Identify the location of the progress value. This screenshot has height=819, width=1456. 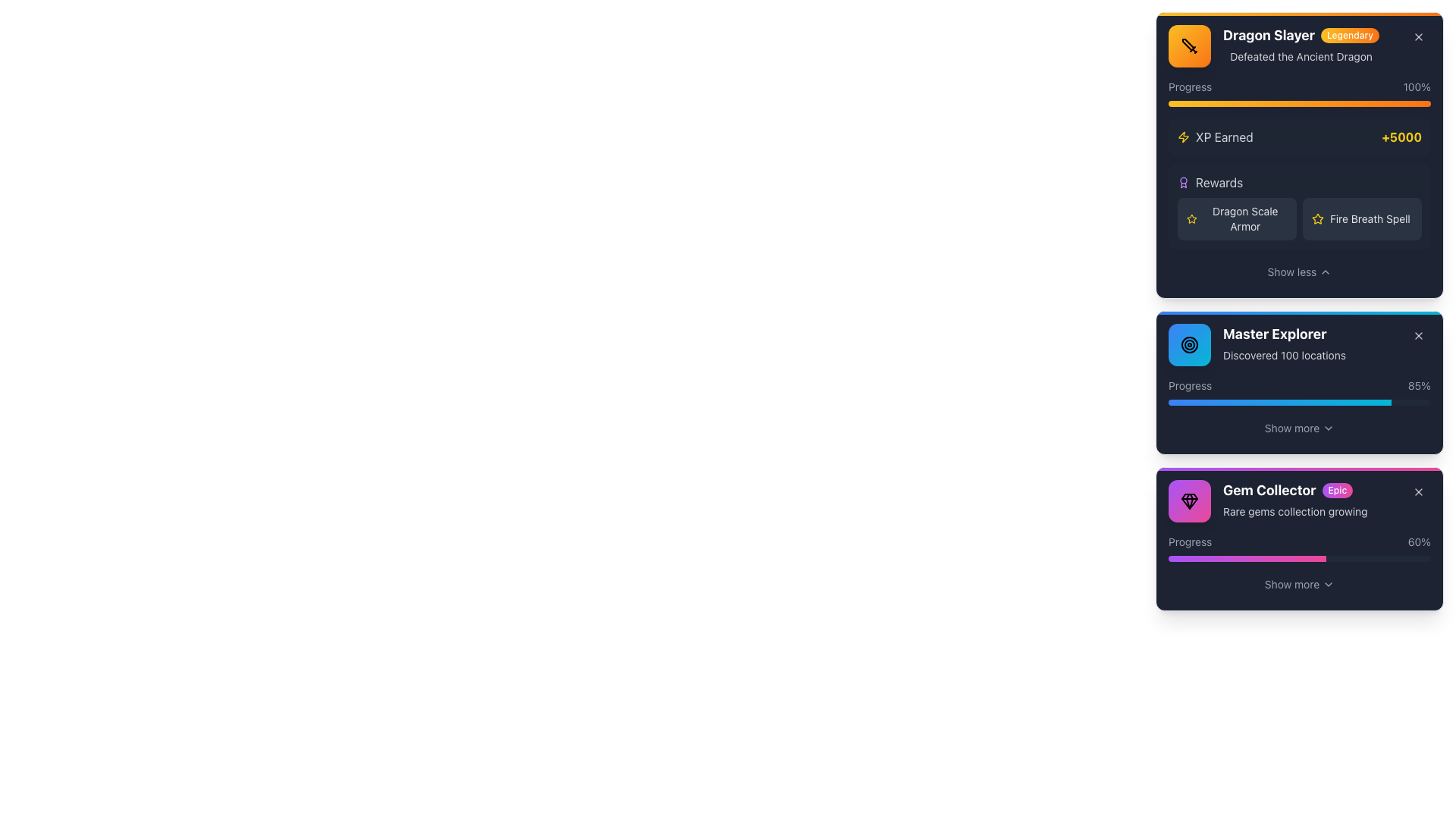
(1242, 558).